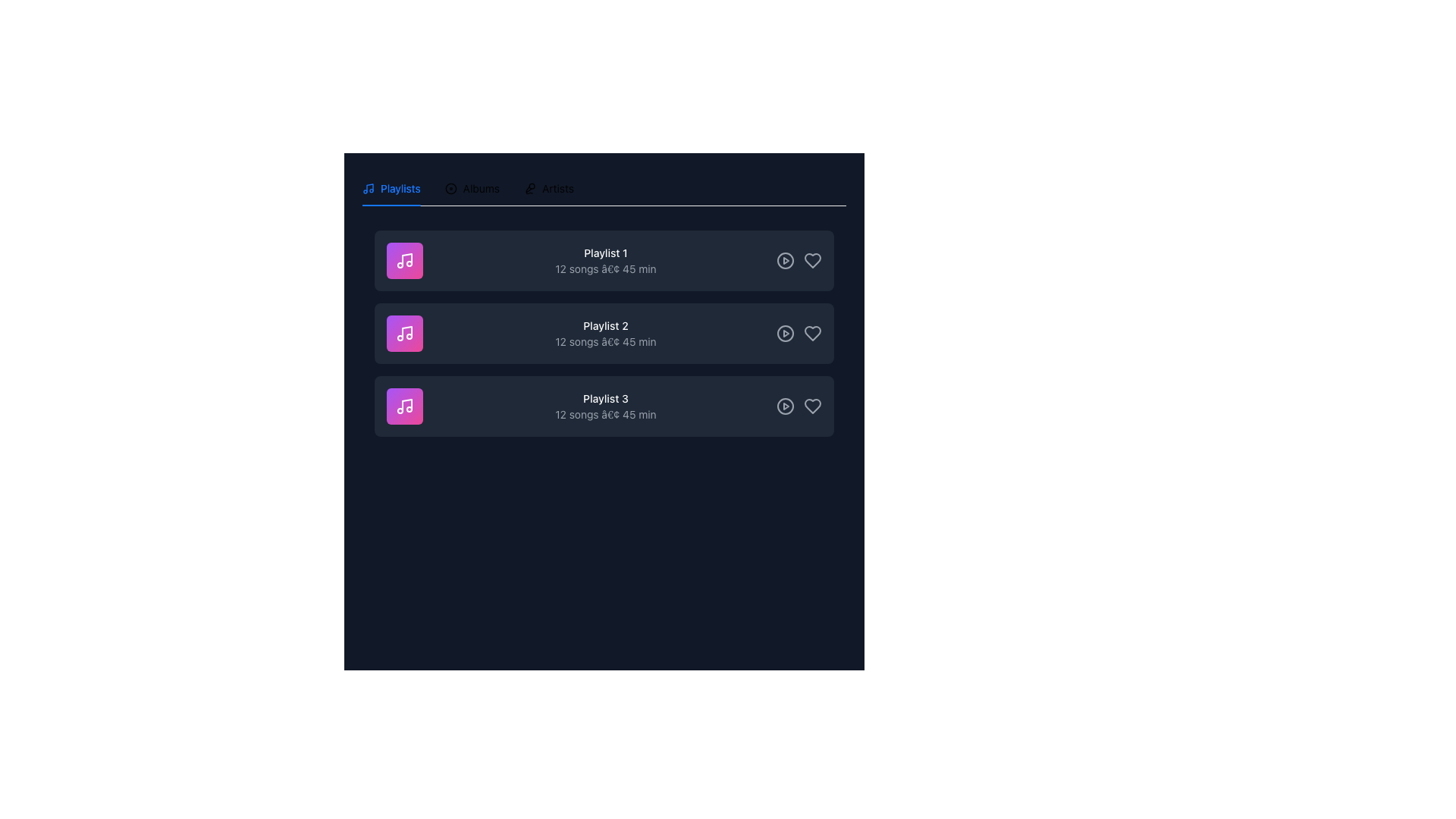 This screenshot has height=819, width=1456. Describe the element at coordinates (799, 332) in the screenshot. I see `the heart icon on the composite button to mark the playlist labeled 'Playlist 2, 12 songs • 45 min' as a favorite` at that location.